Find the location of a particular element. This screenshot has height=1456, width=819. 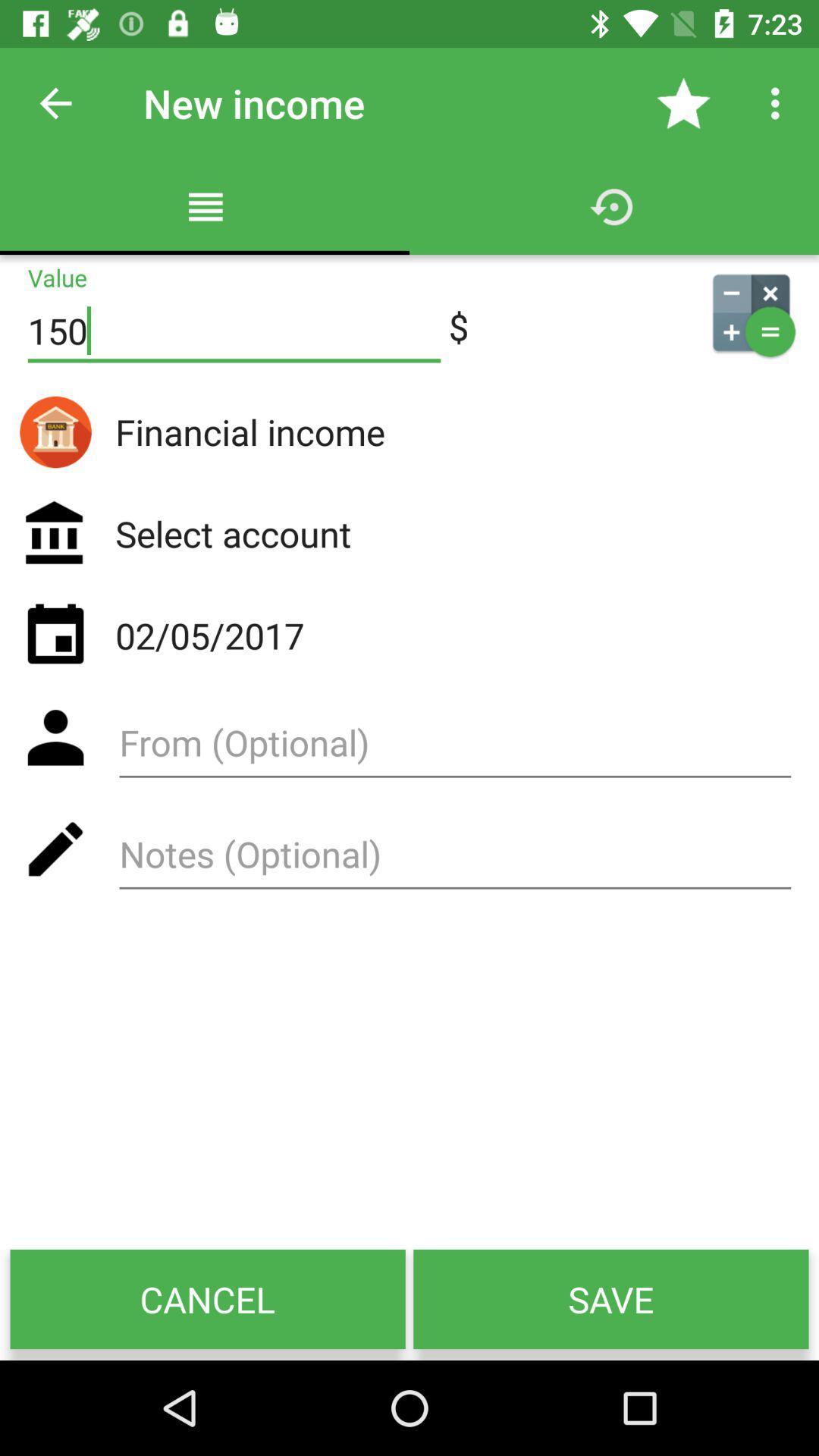

hits option is located at coordinates (454, 859).